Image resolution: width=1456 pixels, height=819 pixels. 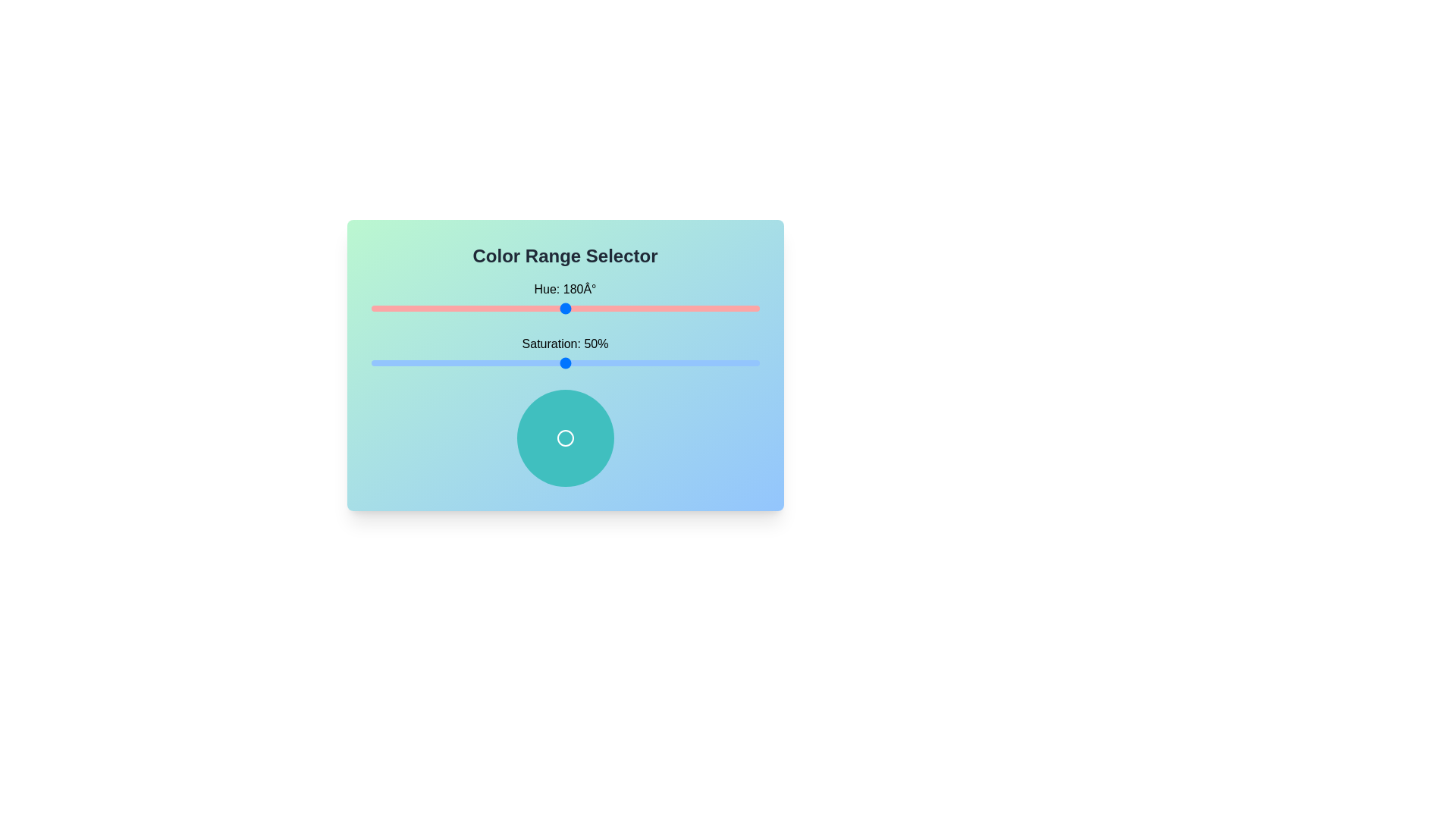 What do you see at coordinates (409, 308) in the screenshot?
I see `the hue slider to set the hue to 35 degrees` at bounding box center [409, 308].